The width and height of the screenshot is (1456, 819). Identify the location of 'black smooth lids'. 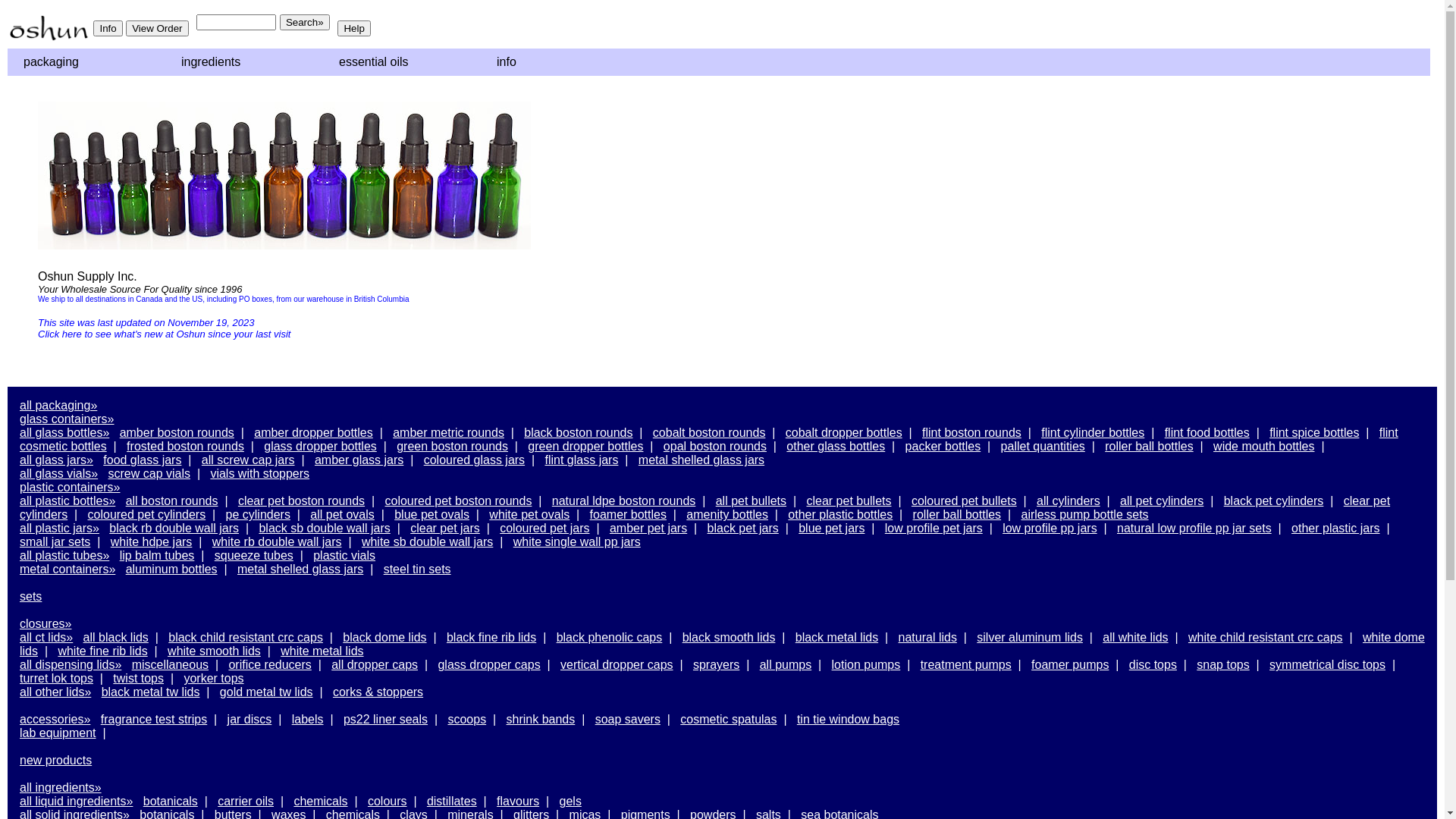
(682, 637).